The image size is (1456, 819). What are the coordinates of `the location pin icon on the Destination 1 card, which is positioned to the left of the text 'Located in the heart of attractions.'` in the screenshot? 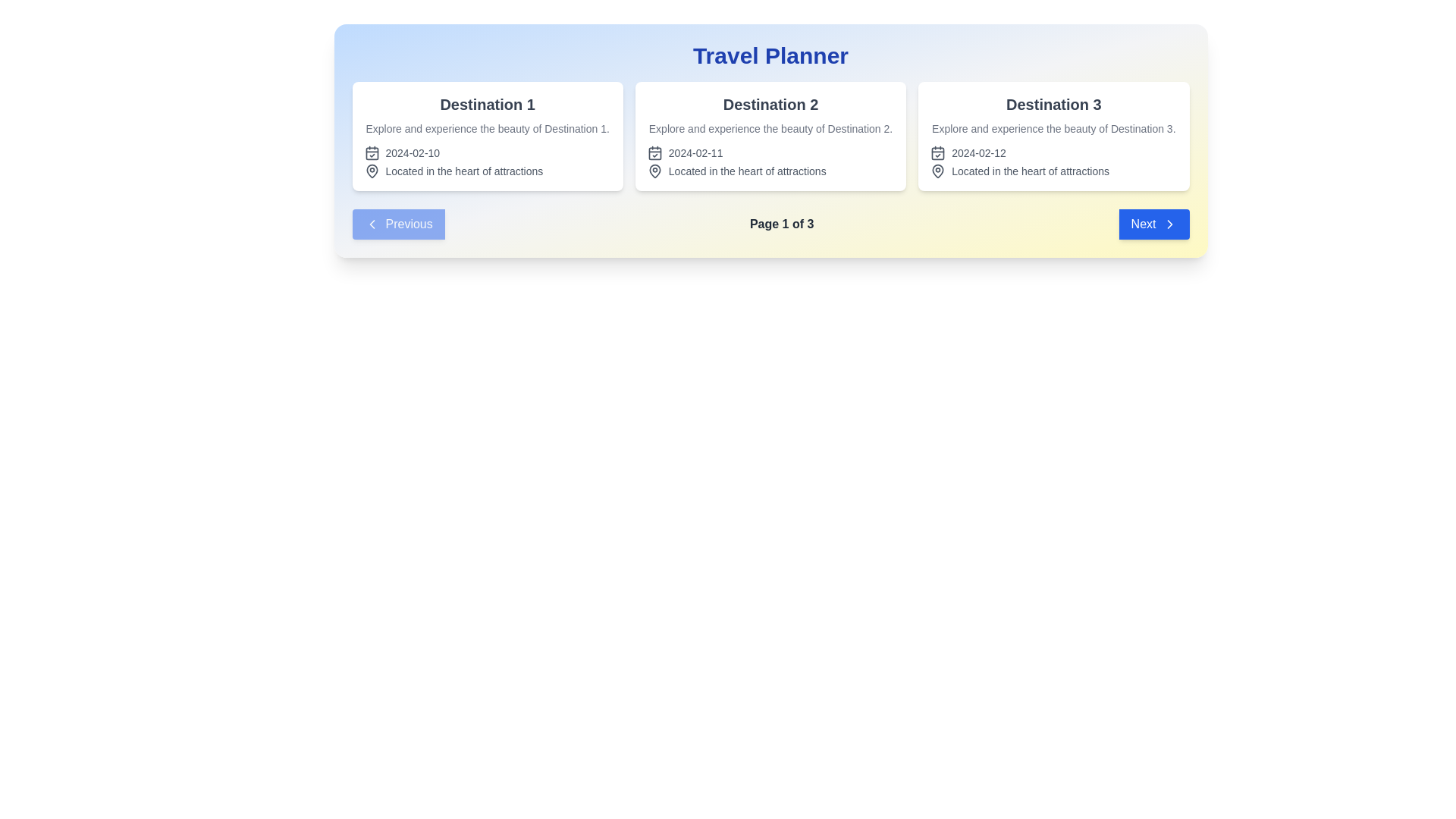 It's located at (372, 171).